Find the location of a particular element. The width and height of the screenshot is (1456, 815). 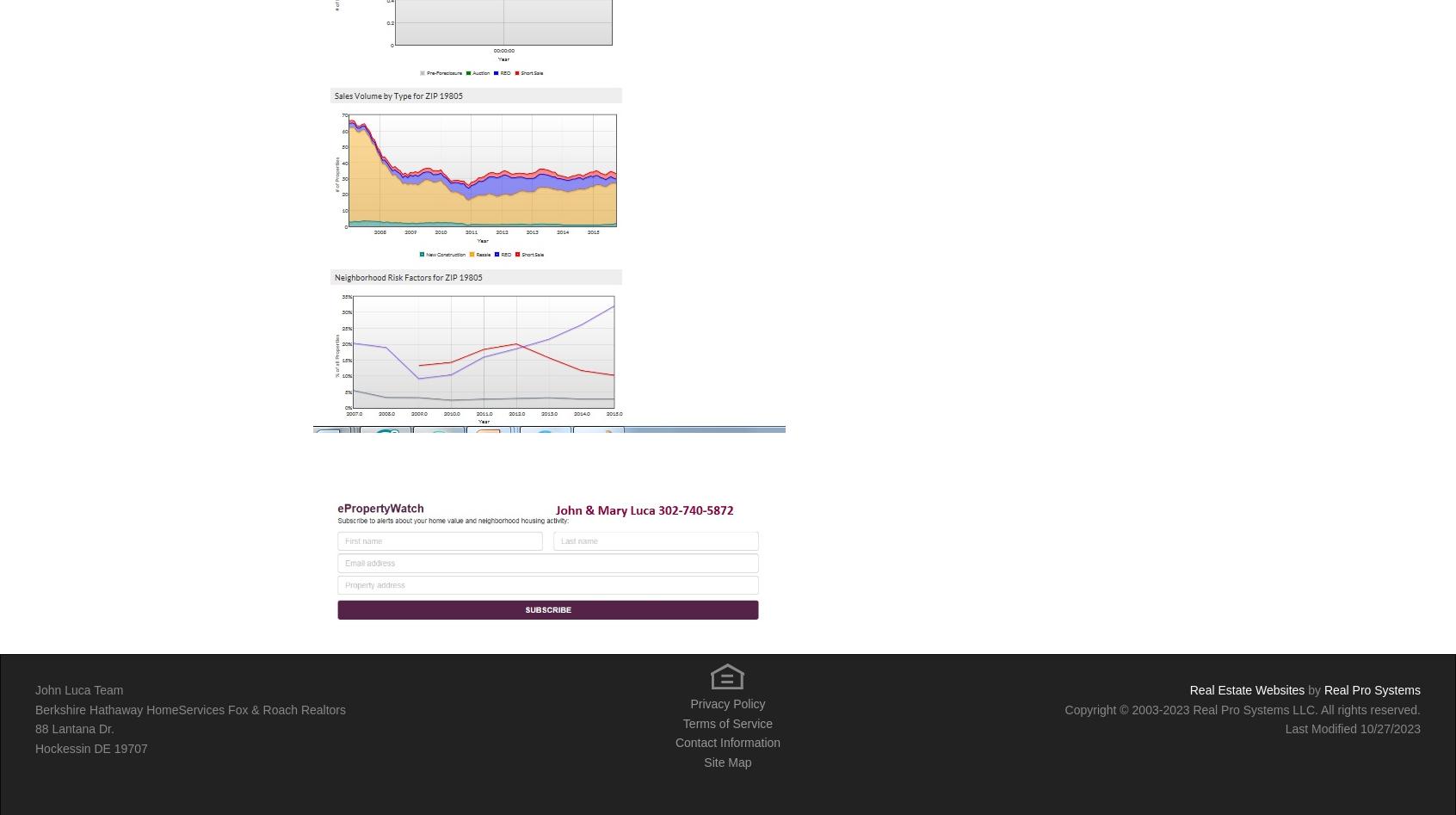

'Hockessin' is located at coordinates (64, 746).